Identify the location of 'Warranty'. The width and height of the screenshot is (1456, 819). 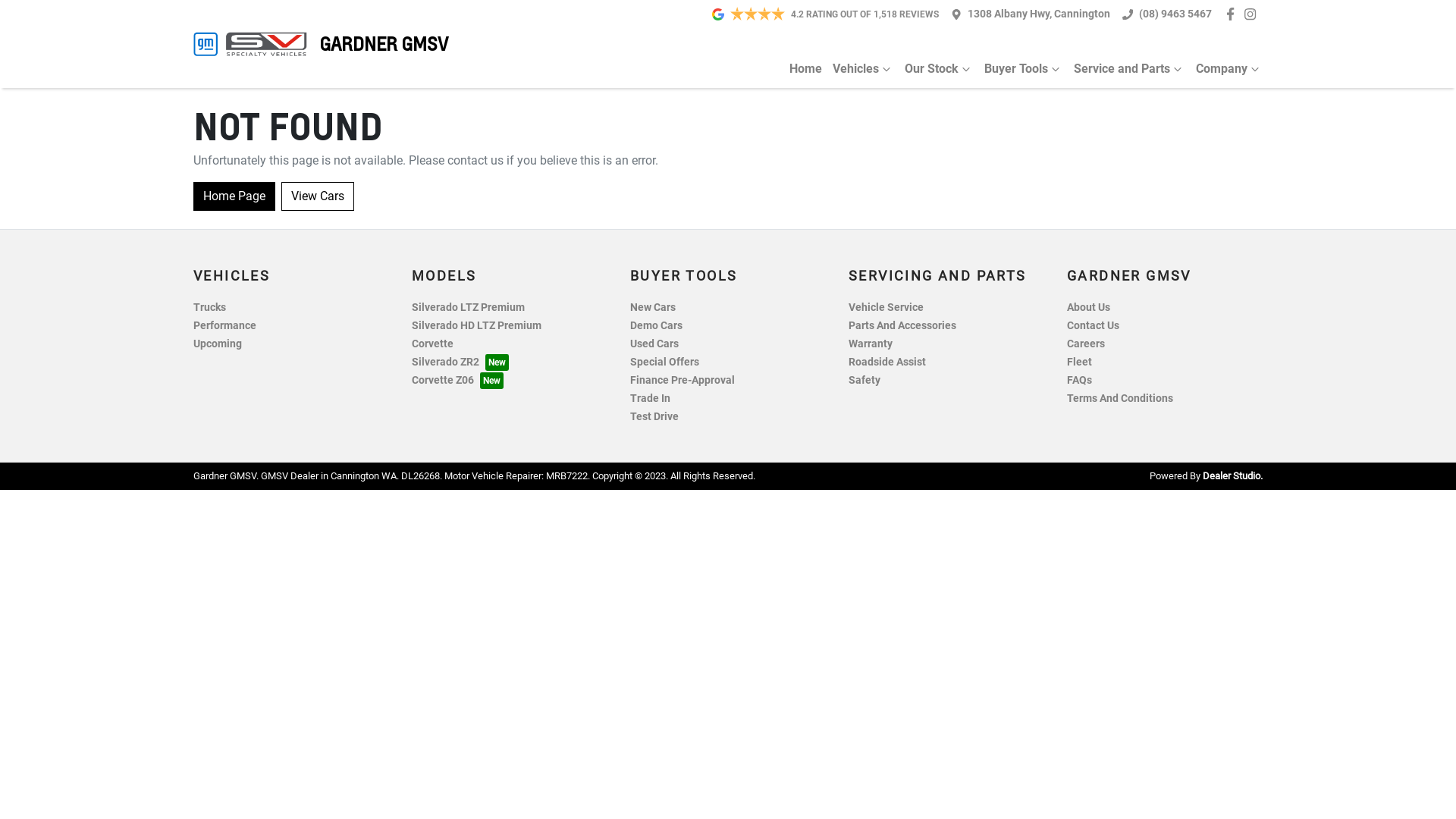
(870, 344).